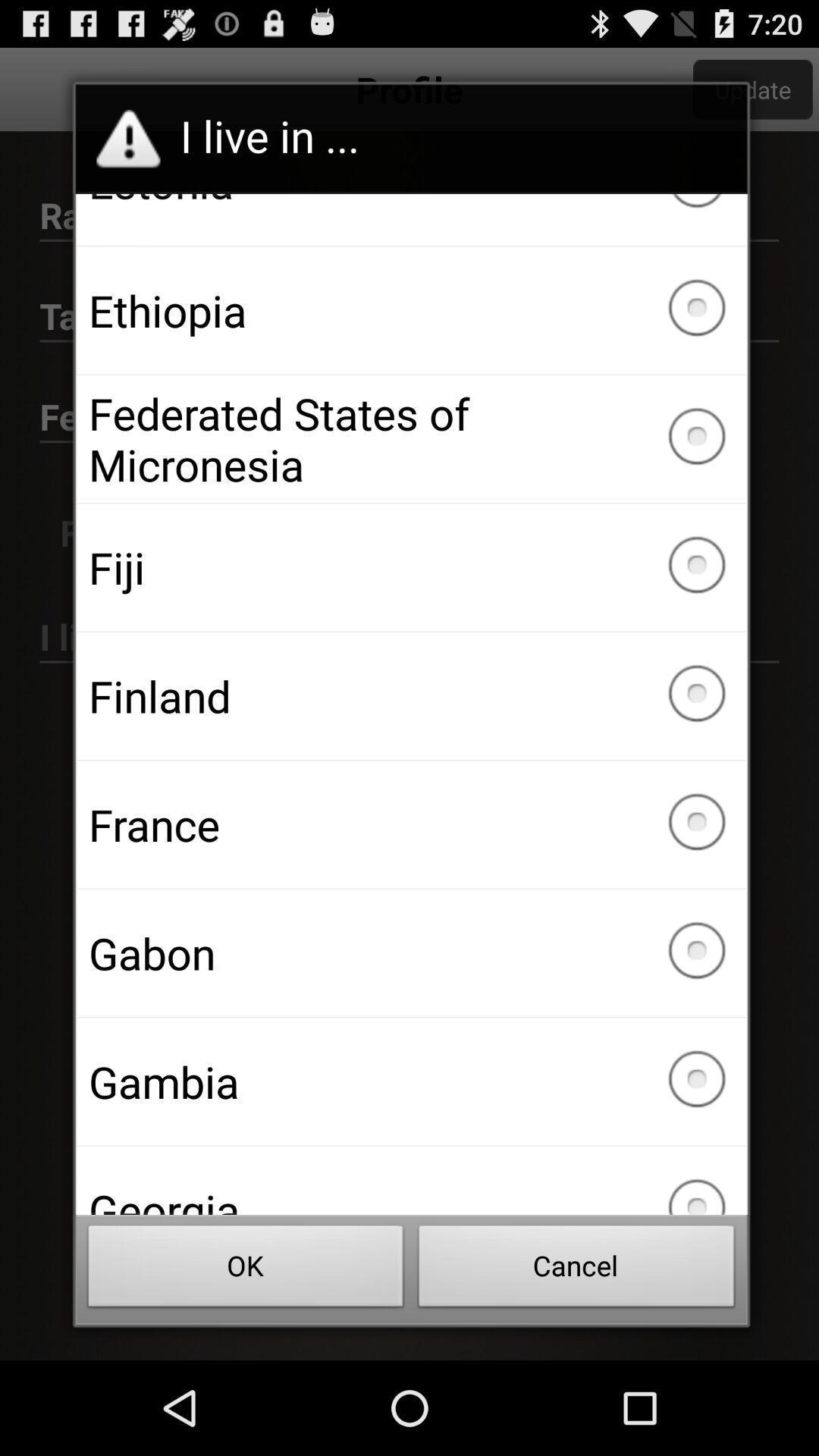  I want to click on ok button, so click(245, 1270).